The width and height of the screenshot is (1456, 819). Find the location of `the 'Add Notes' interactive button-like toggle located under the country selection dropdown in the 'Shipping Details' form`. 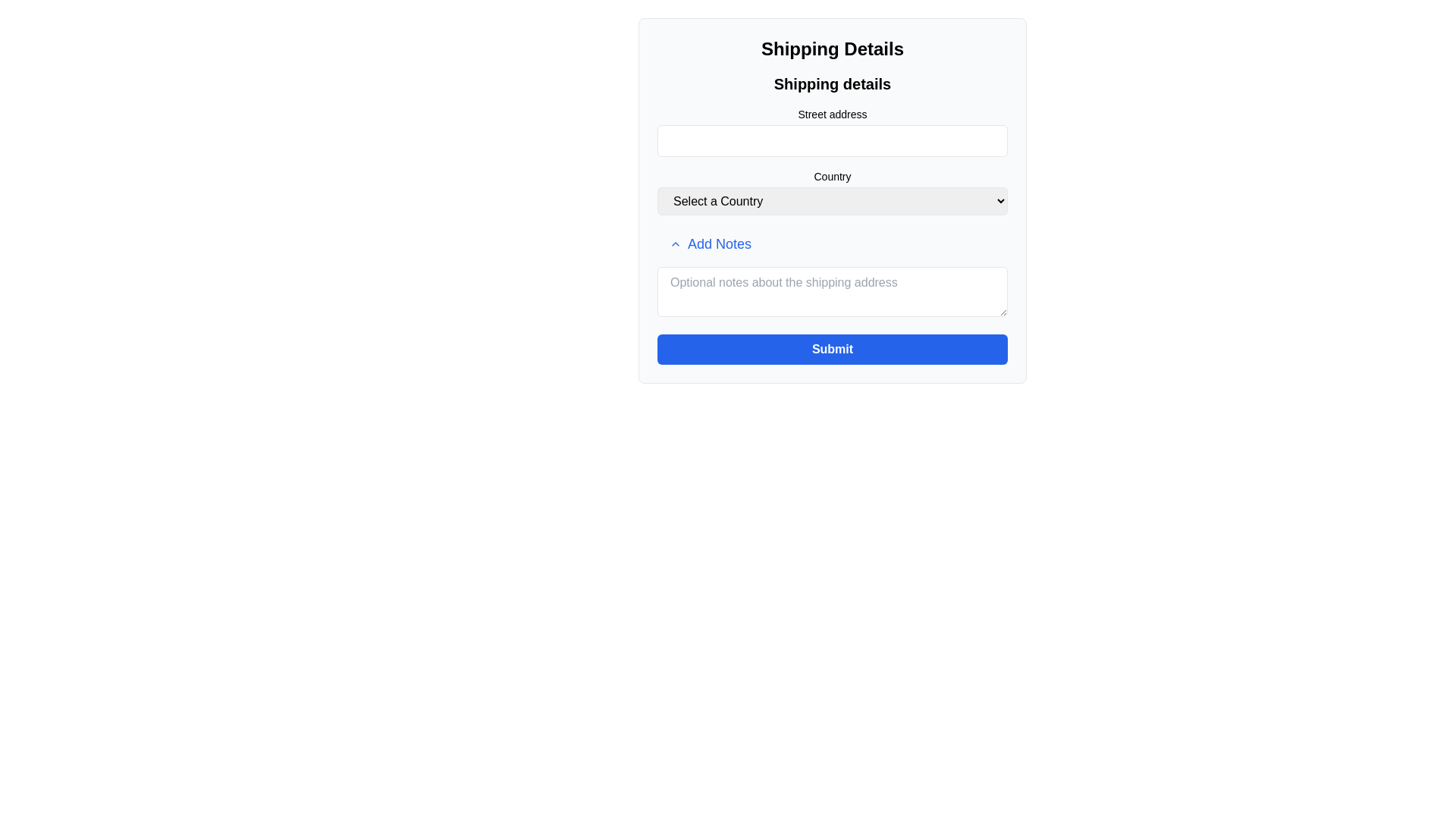

the 'Add Notes' interactive button-like toggle located under the country selection dropdown in the 'Shipping Details' form is located at coordinates (709, 243).